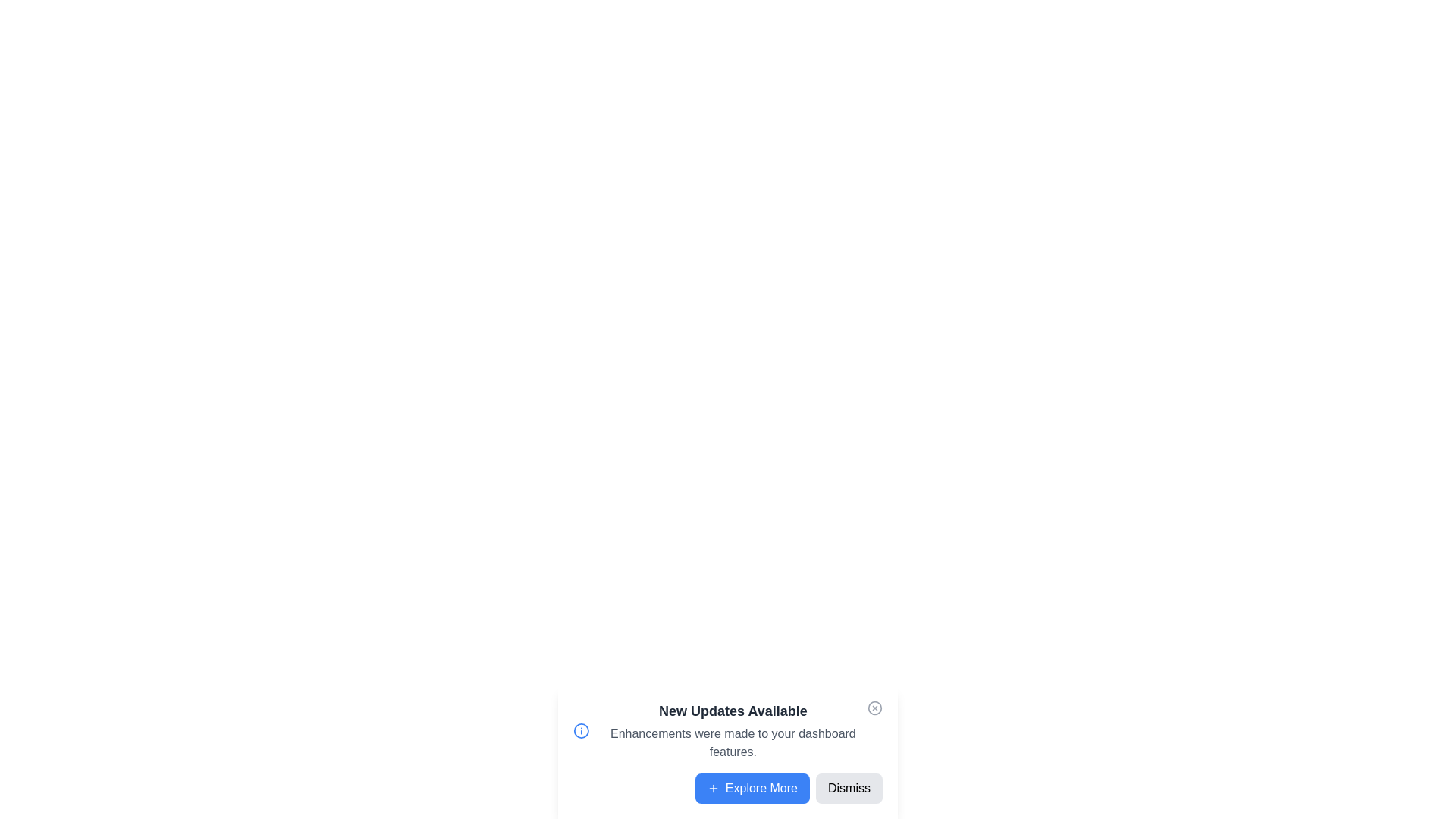 This screenshot has width=1456, height=819. I want to click on the informational icon to inspect it, so click(580, 730).